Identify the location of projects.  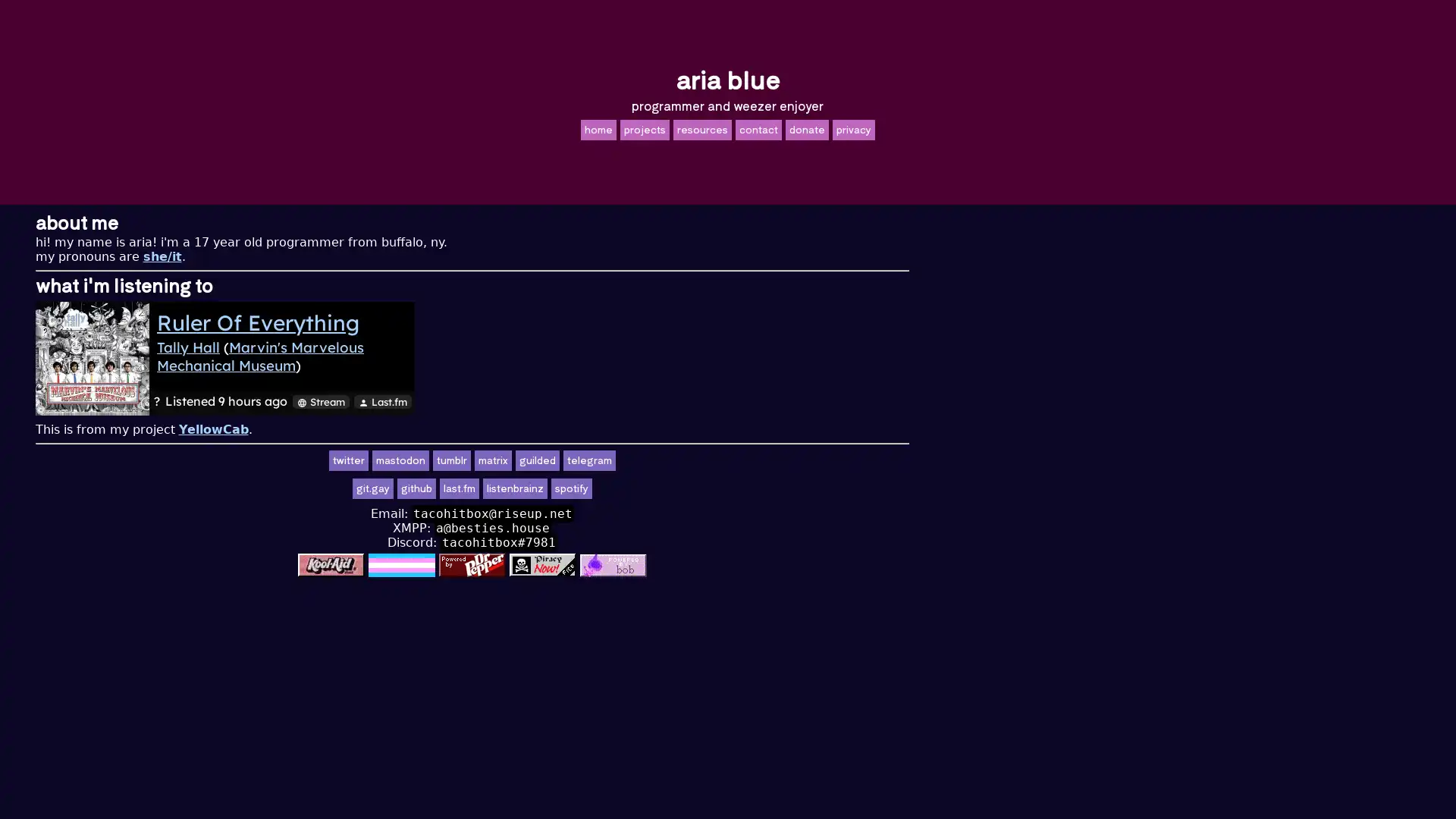
(644, 128).